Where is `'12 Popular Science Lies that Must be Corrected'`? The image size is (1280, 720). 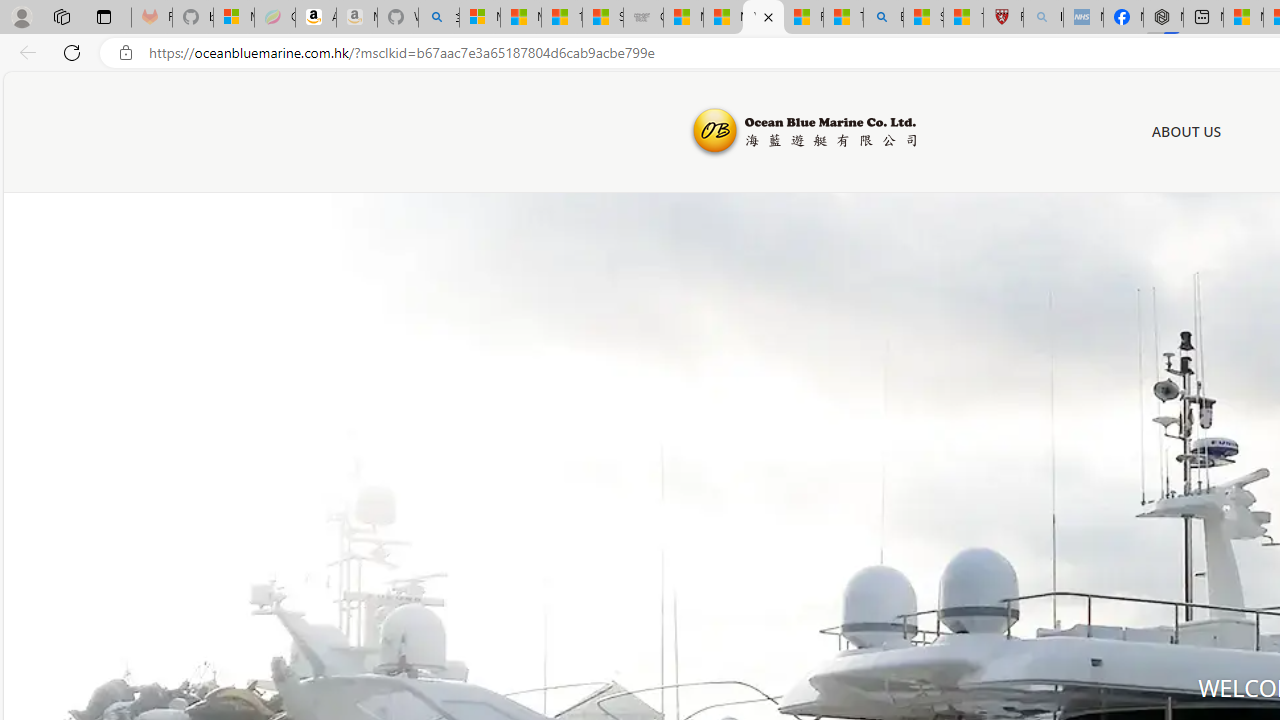 '12 Popular Science Lies that Must be Corrected' is located at coordinates (963, 17).